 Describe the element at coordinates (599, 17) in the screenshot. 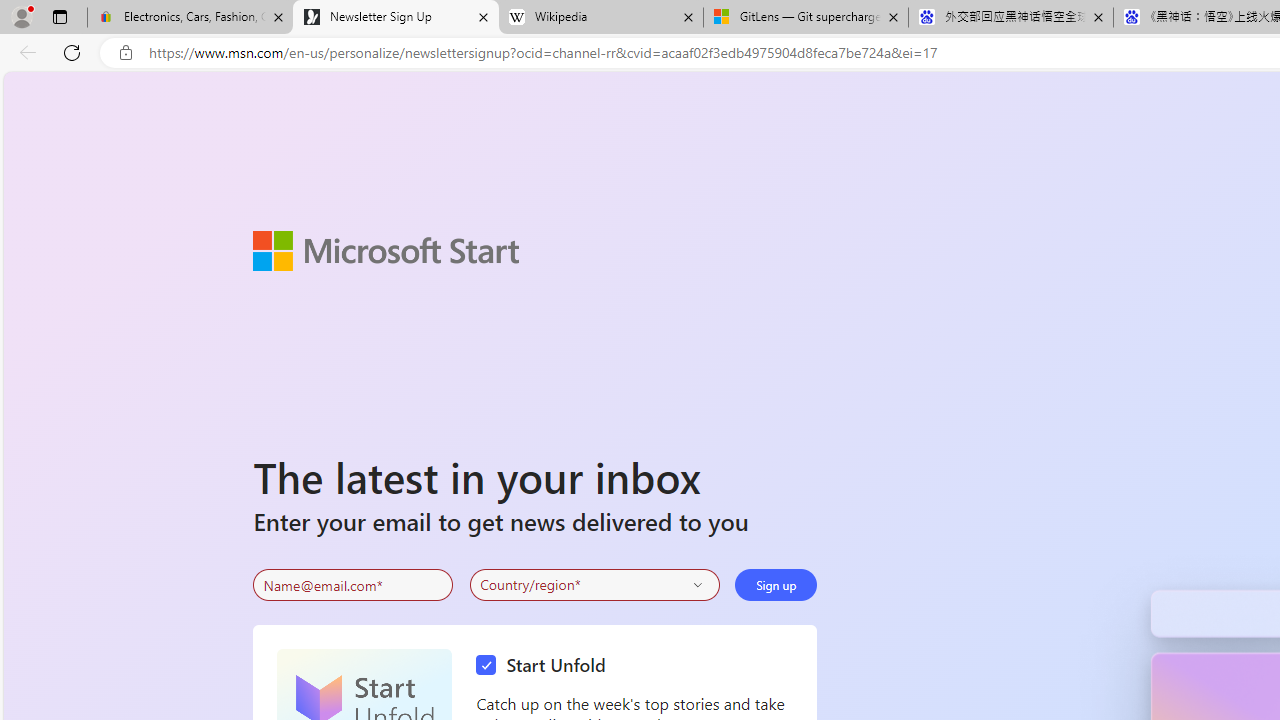

I see `'Wikipedia'` at that location.